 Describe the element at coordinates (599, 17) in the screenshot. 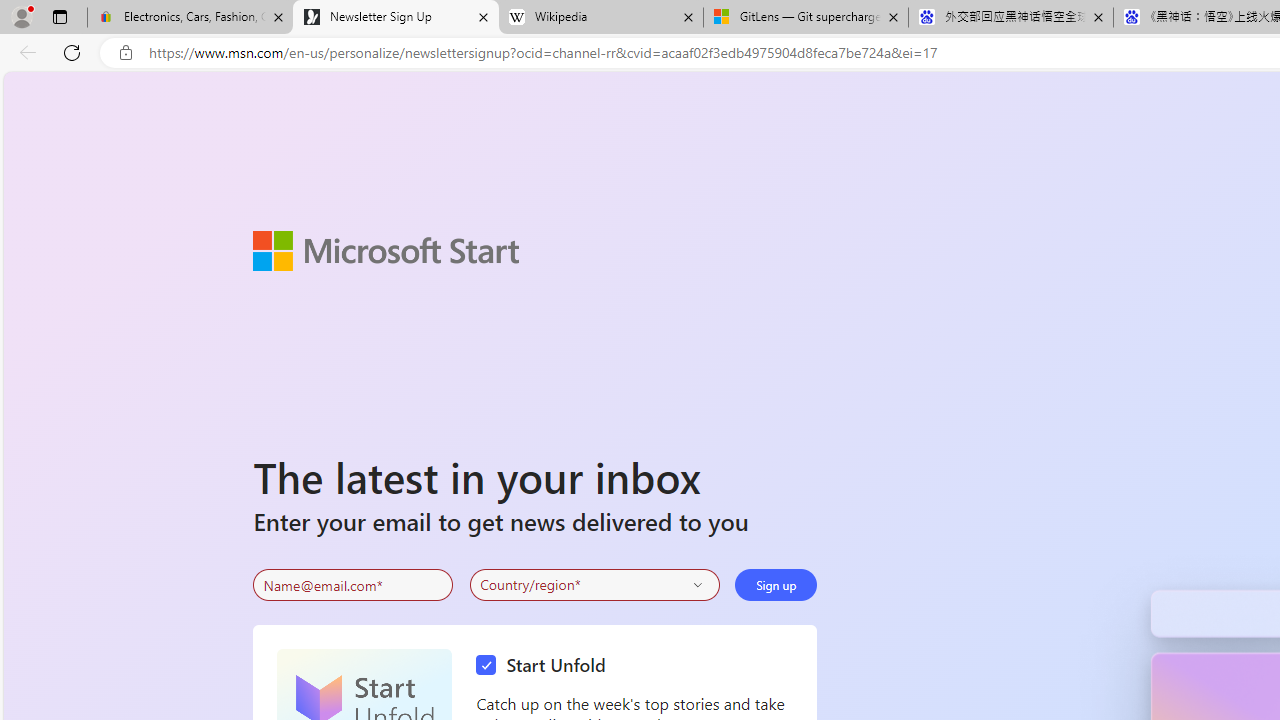

I see `'Wikipedia'` at that location.